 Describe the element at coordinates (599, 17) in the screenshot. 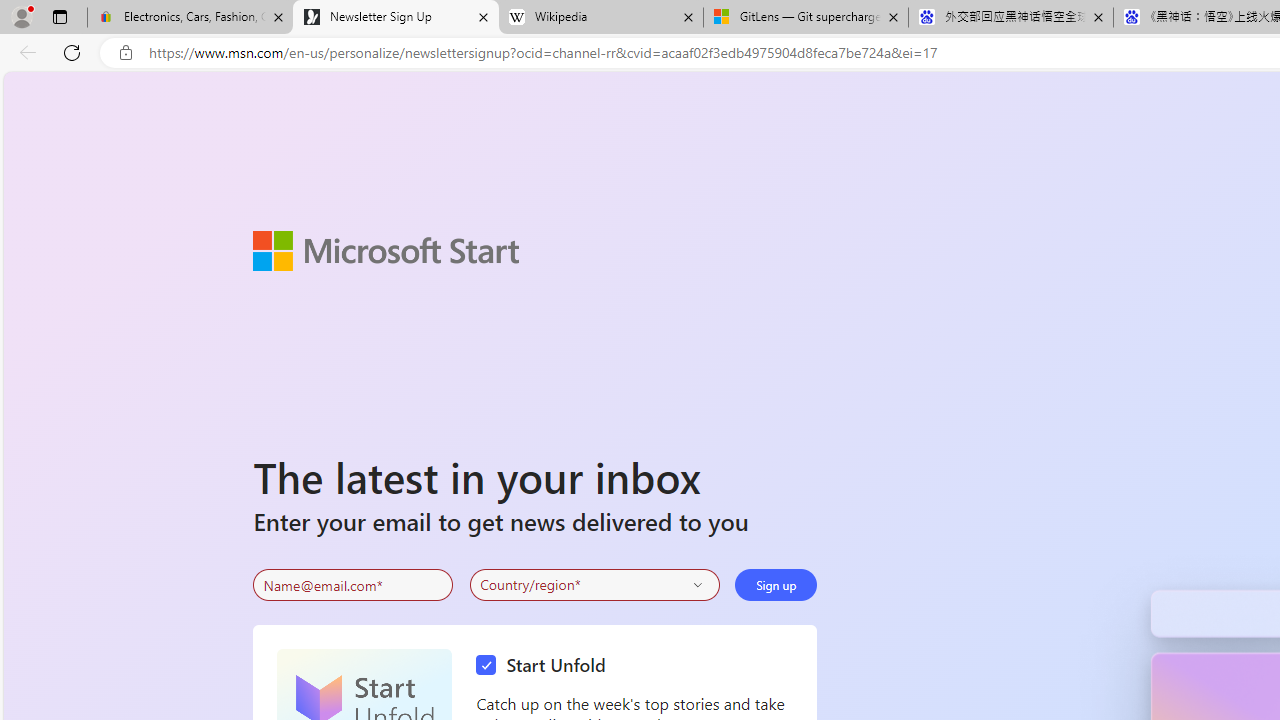

I see `'Wikipedia'` at that location.